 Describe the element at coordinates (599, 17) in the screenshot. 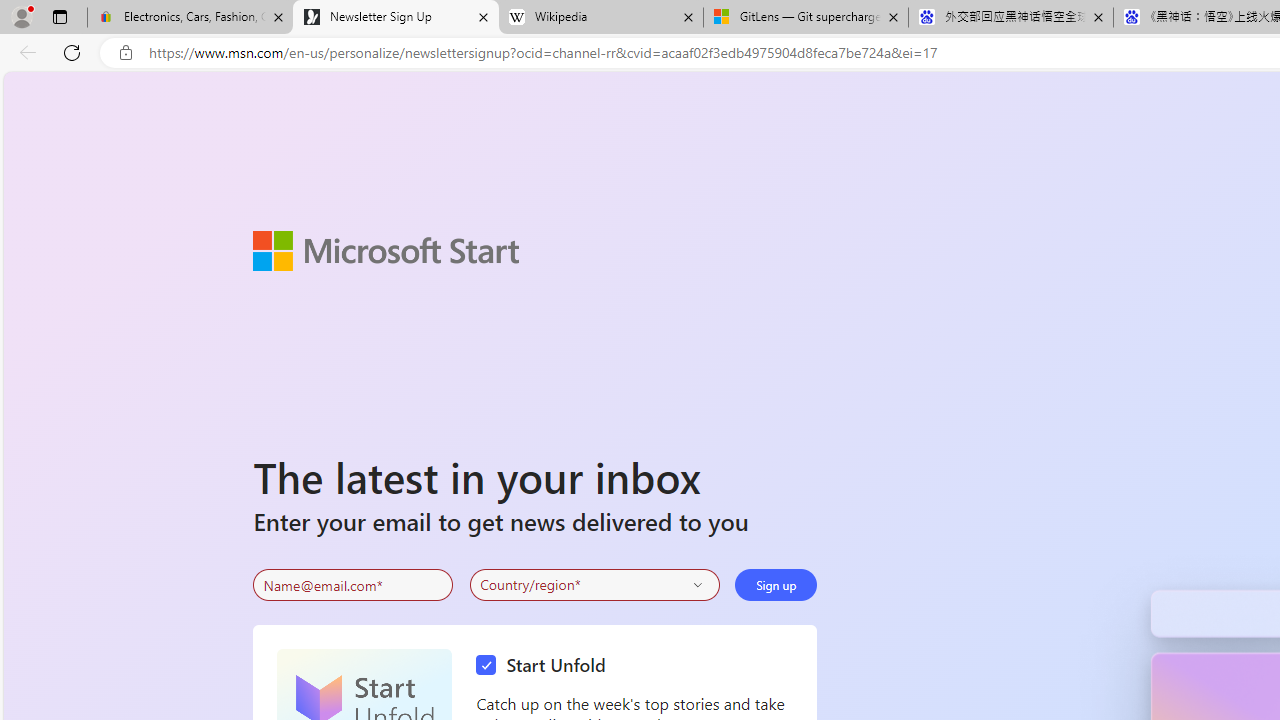

I see `'Wikipedia'` at that location.